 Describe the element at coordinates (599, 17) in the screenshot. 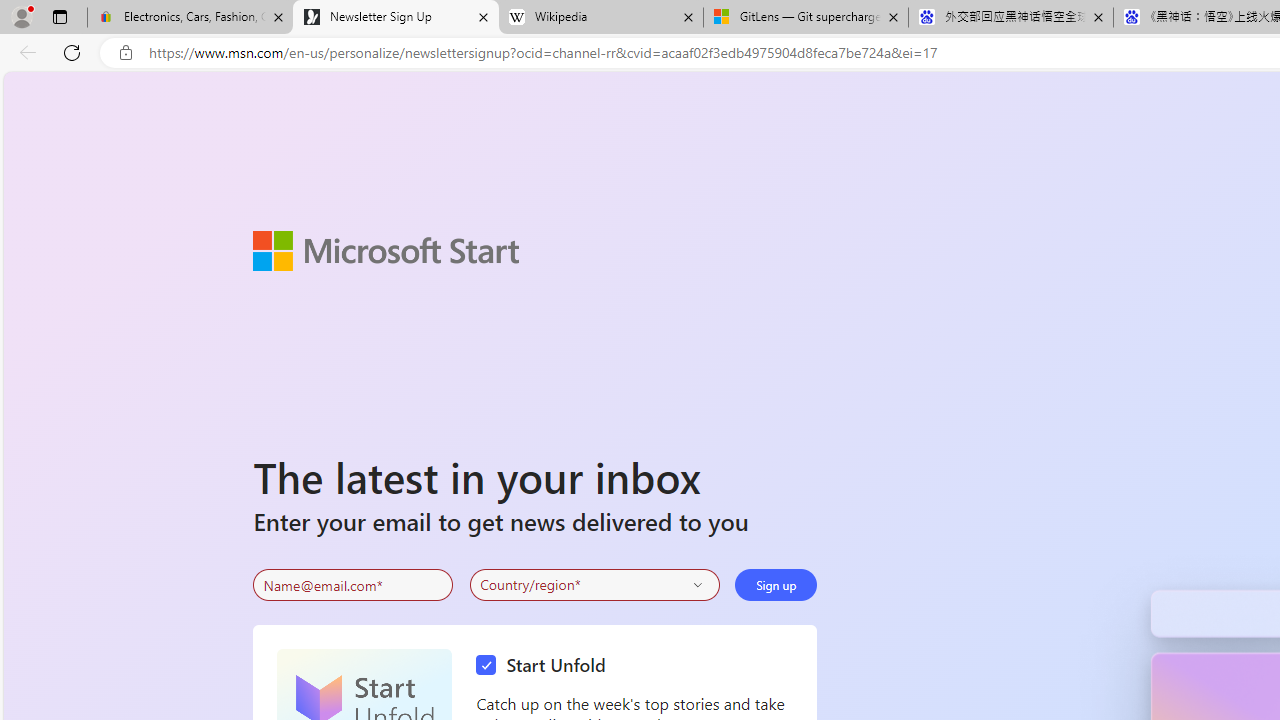

I see `'Wikipedia'` at that location.